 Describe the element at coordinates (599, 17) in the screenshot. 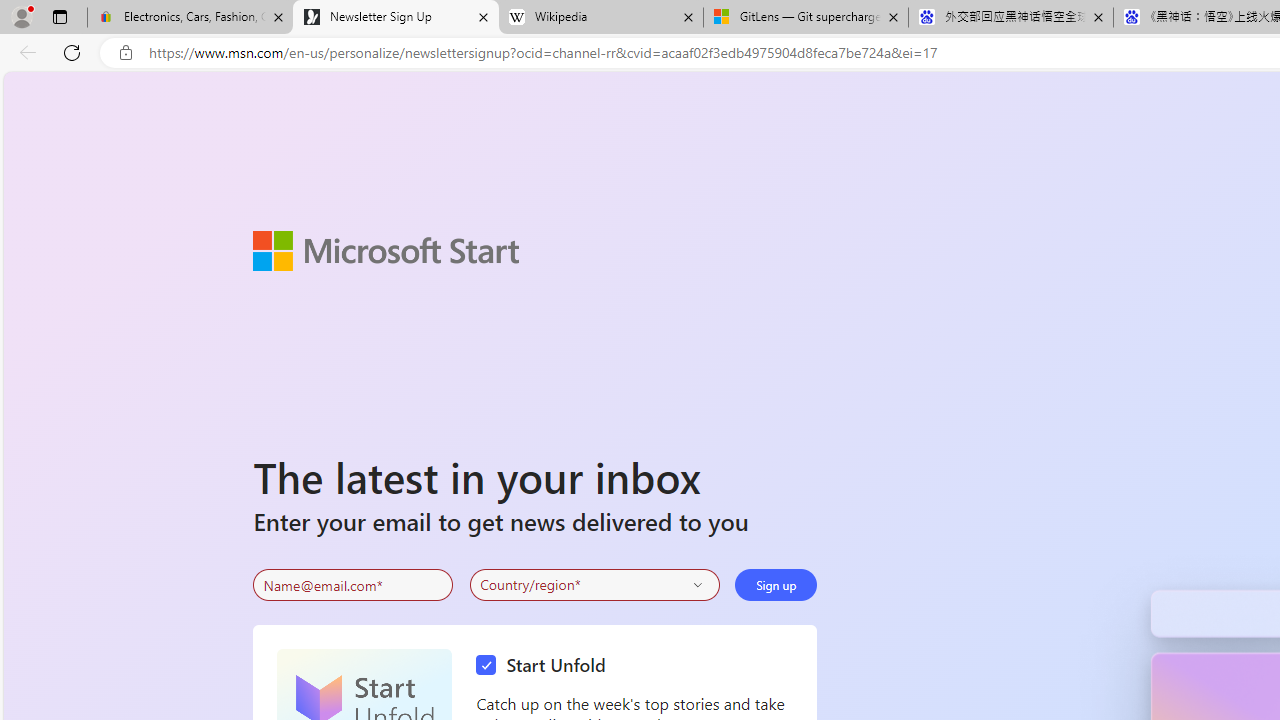

I see `'Wikipedia'` at that location.